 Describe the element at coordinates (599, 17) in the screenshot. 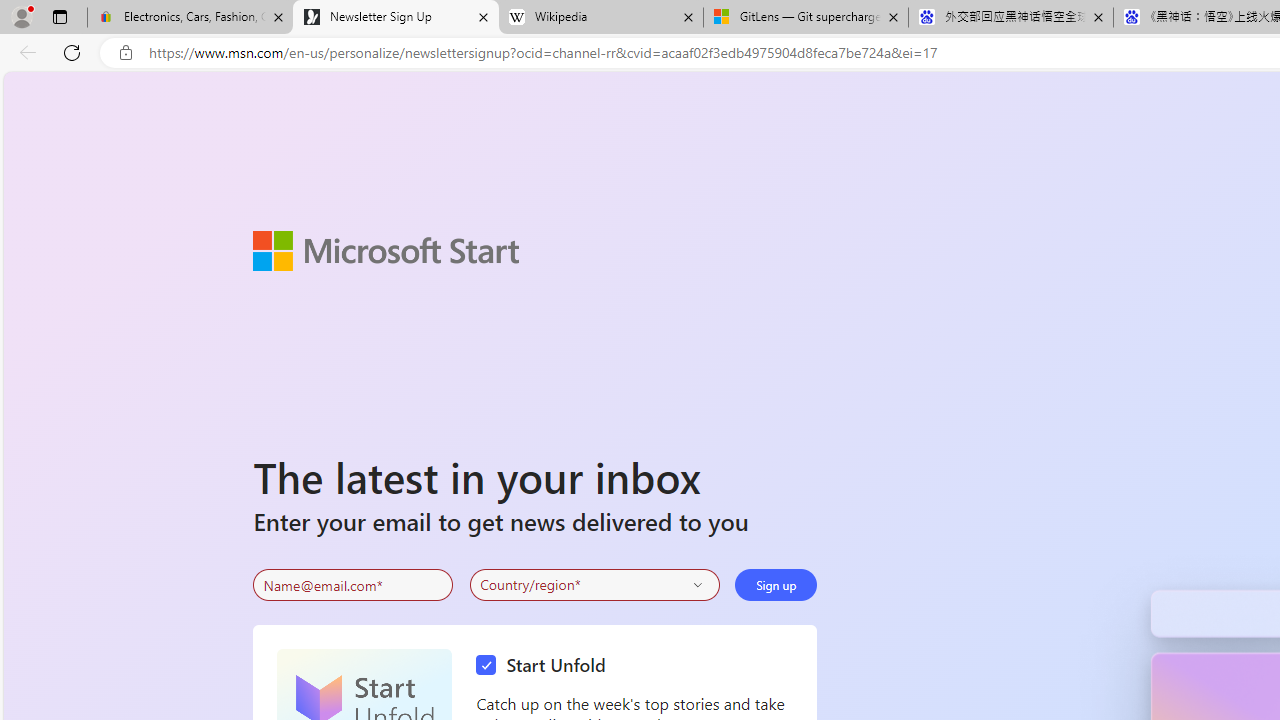

I see `'Wikipedia'` at that location.